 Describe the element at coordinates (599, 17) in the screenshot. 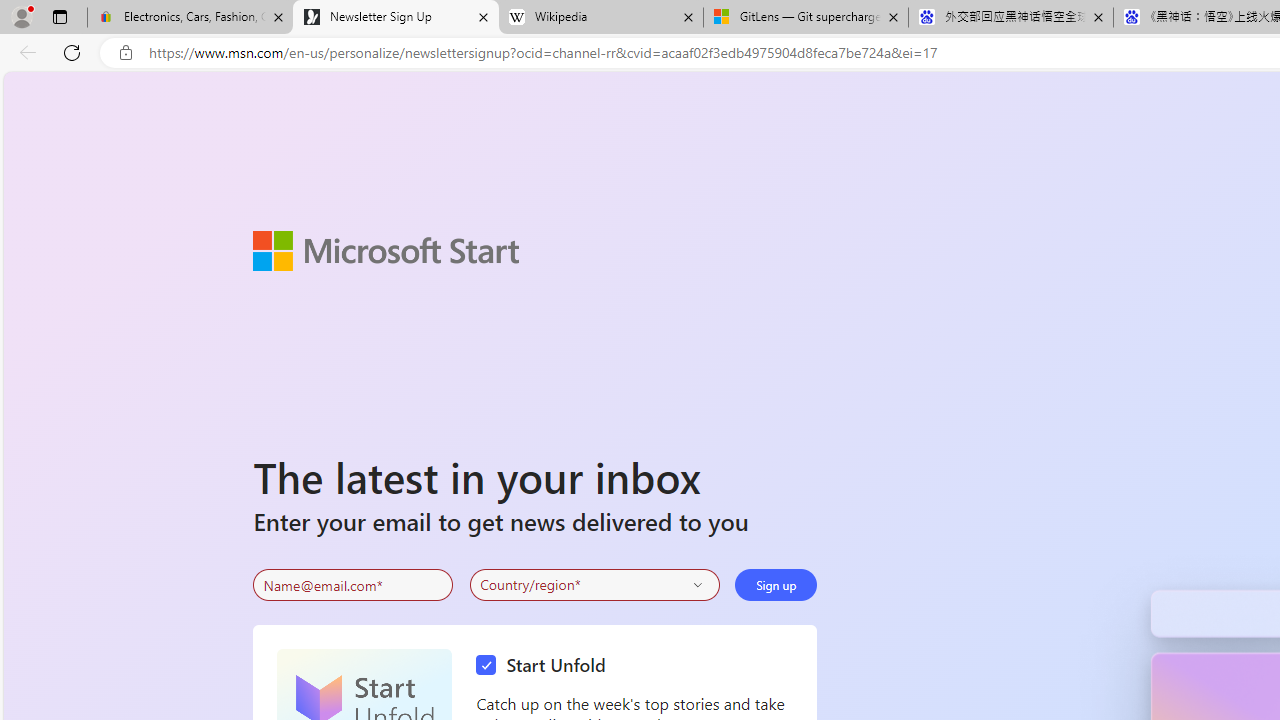

I see `'Wikipedia'` at that location.